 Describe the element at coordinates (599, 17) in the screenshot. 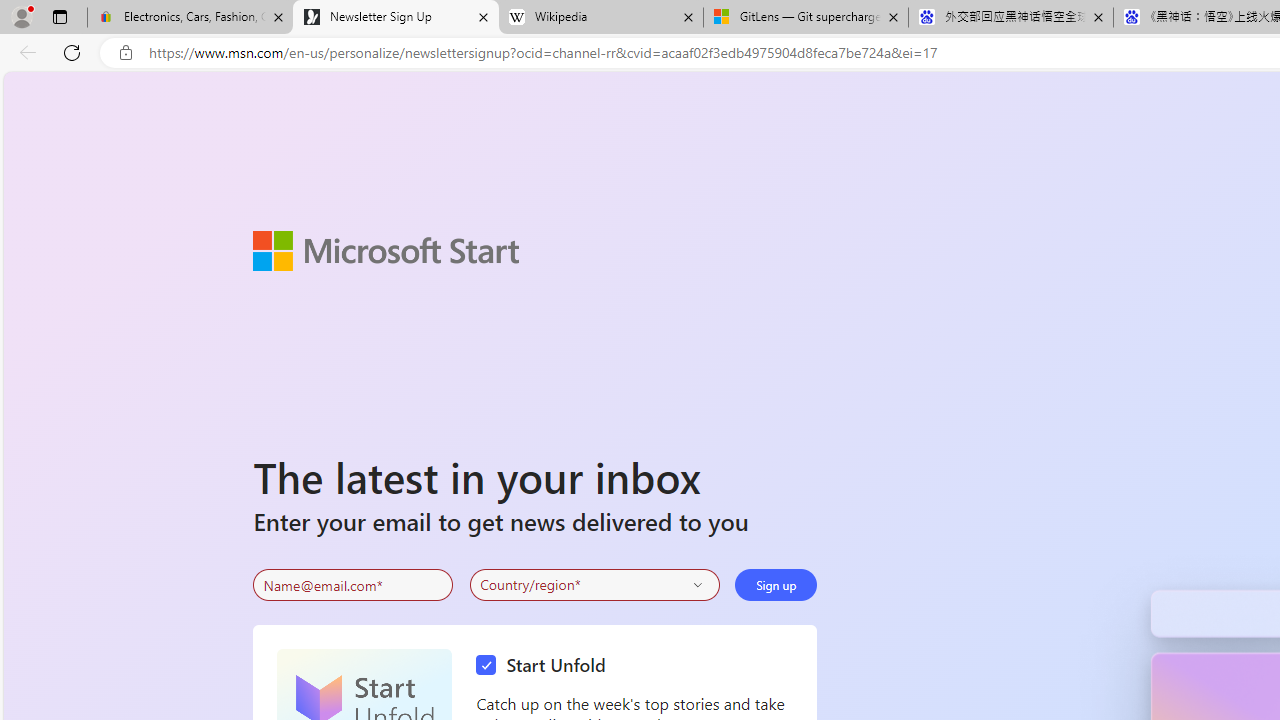

I see `'Wikipedia'` at that location.